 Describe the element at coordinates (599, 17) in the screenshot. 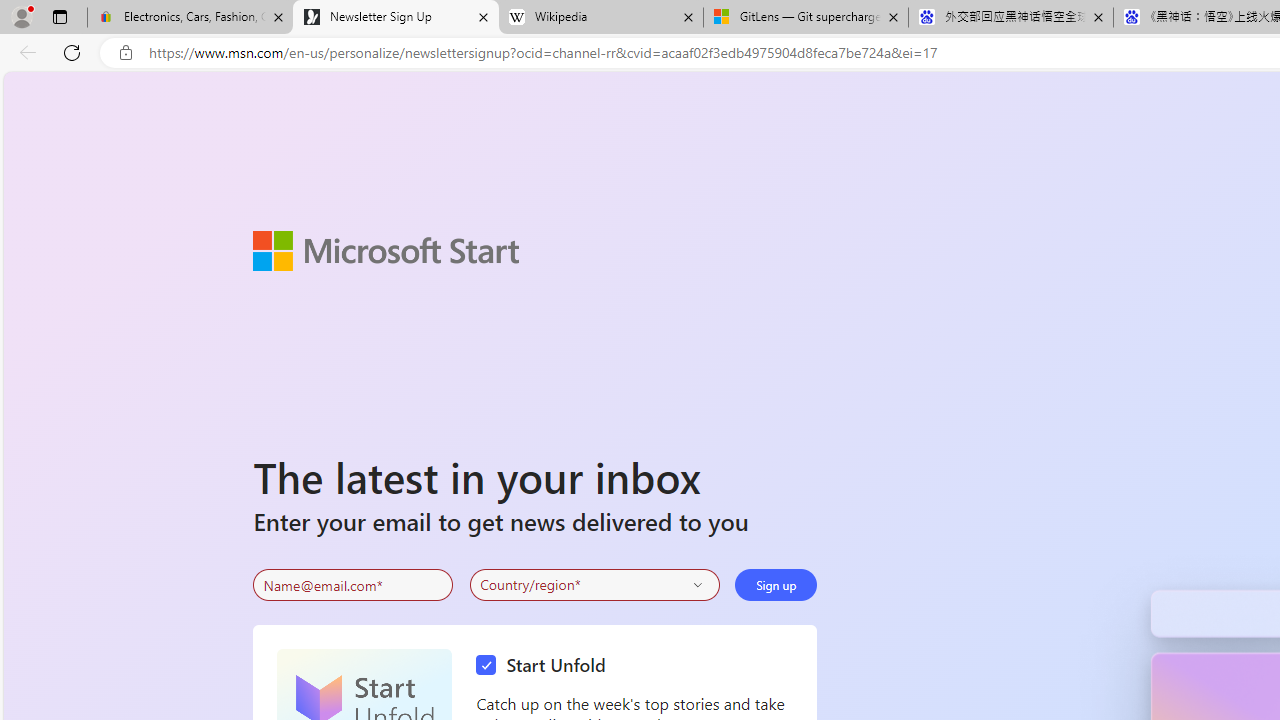

I see `'Wikipedia'` at that location.